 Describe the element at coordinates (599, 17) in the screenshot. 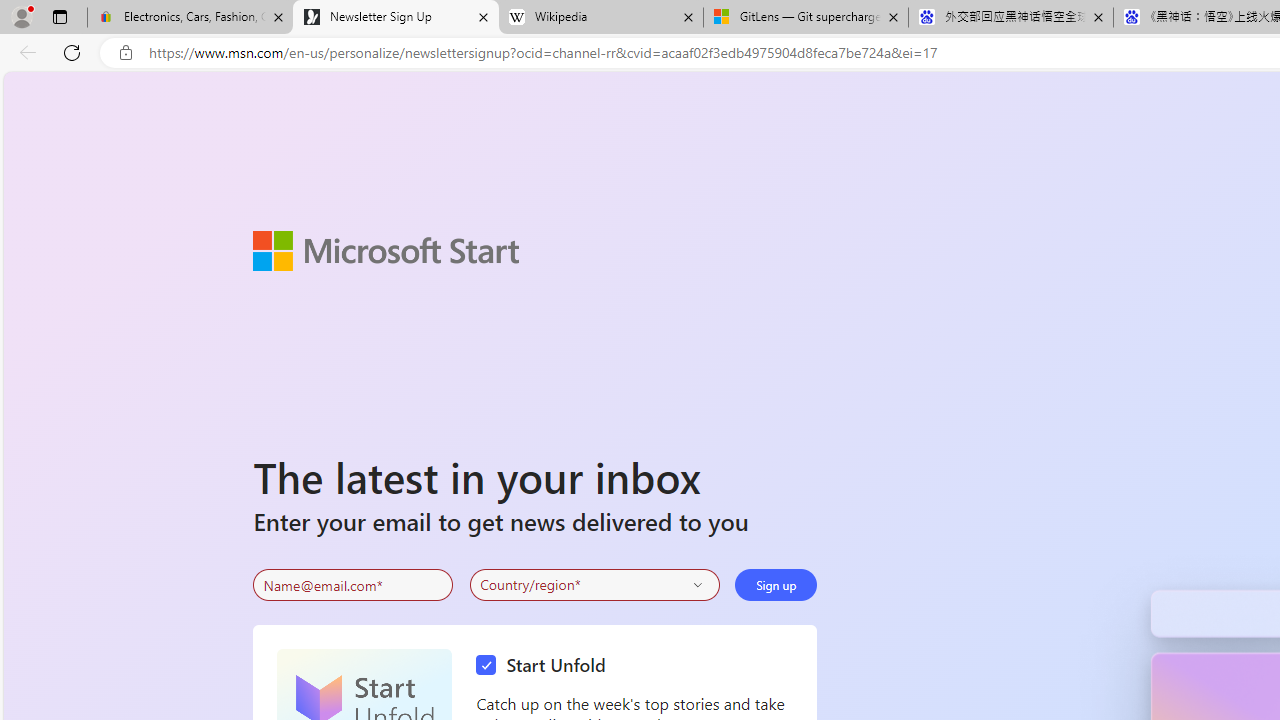

I see `'Wikipedia'` at that location.